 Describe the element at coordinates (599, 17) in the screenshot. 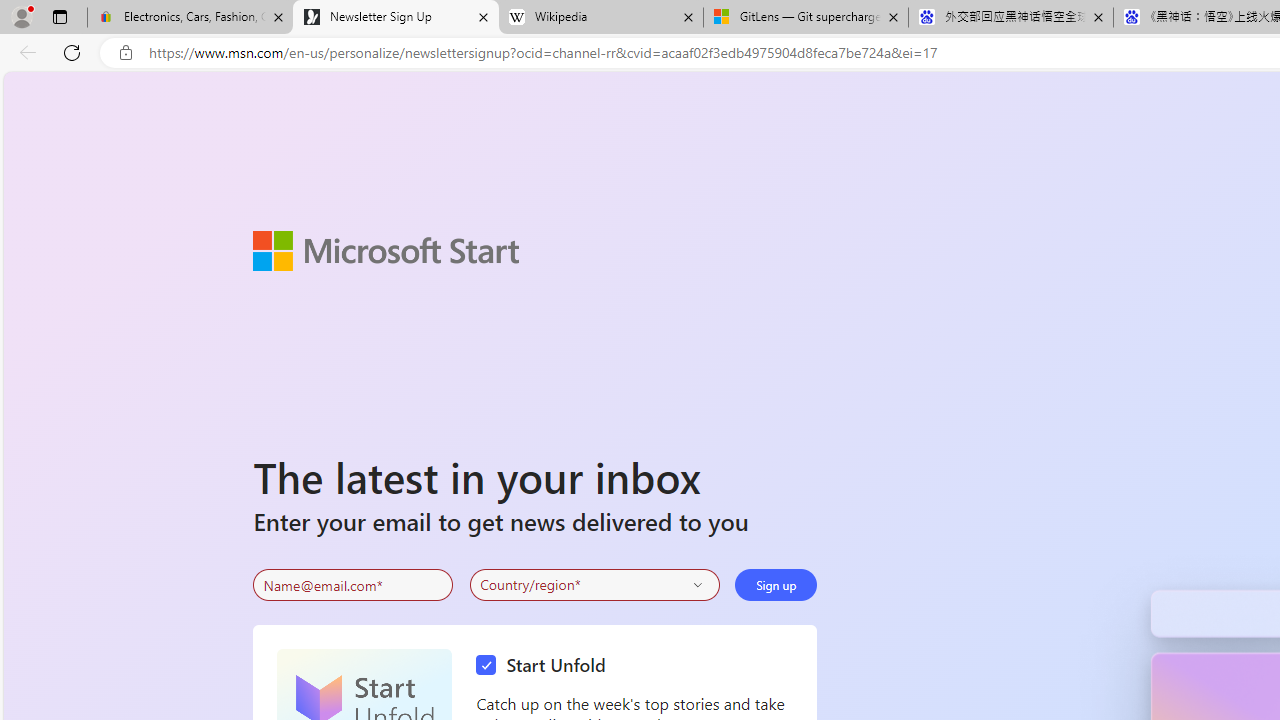

I see `'Wikipedia'` at that location.